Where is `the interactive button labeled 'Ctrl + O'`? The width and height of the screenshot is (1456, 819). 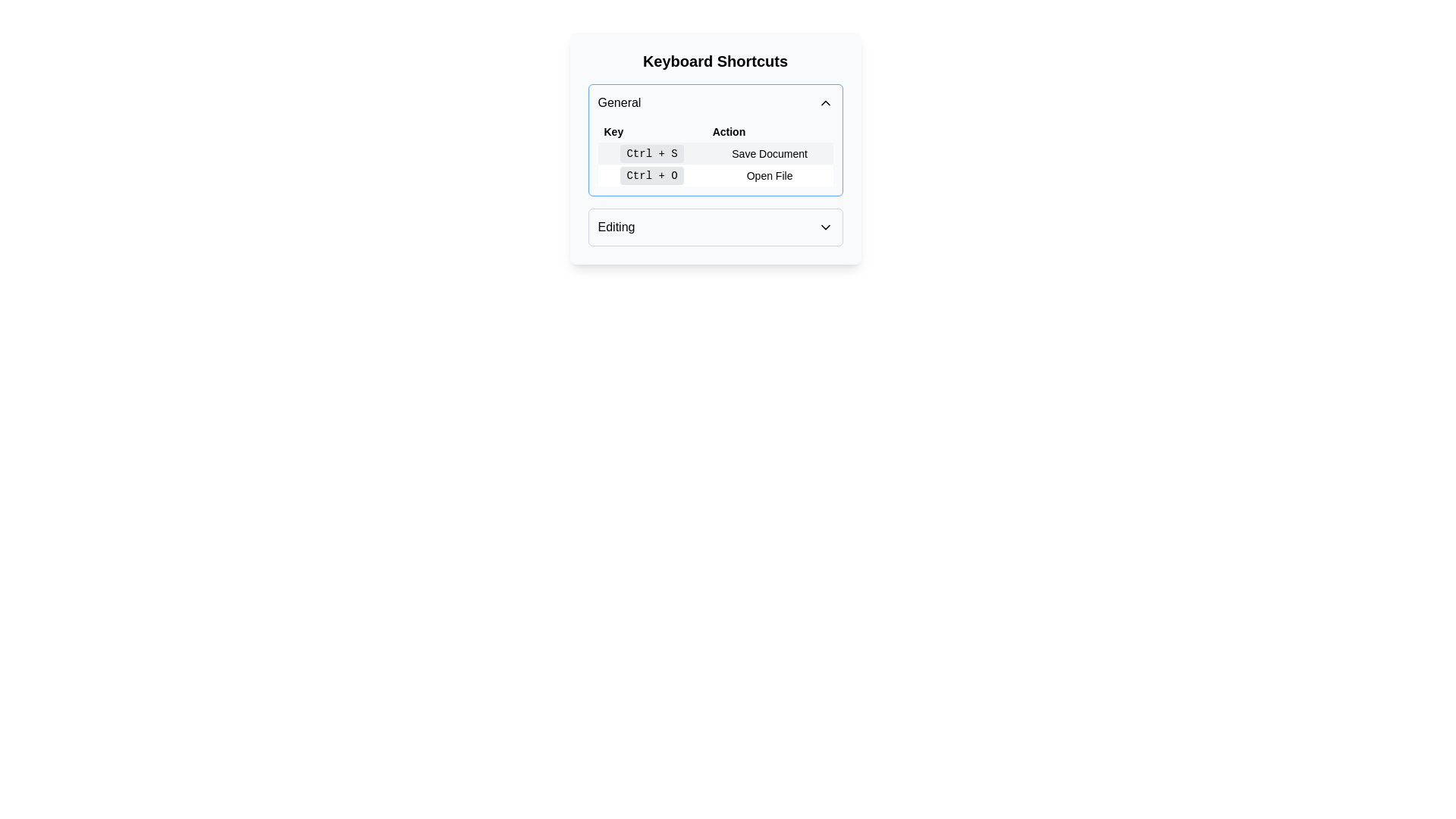
the interactive button labeled 'Ctrl + O' is located at coordinates (652, 174).